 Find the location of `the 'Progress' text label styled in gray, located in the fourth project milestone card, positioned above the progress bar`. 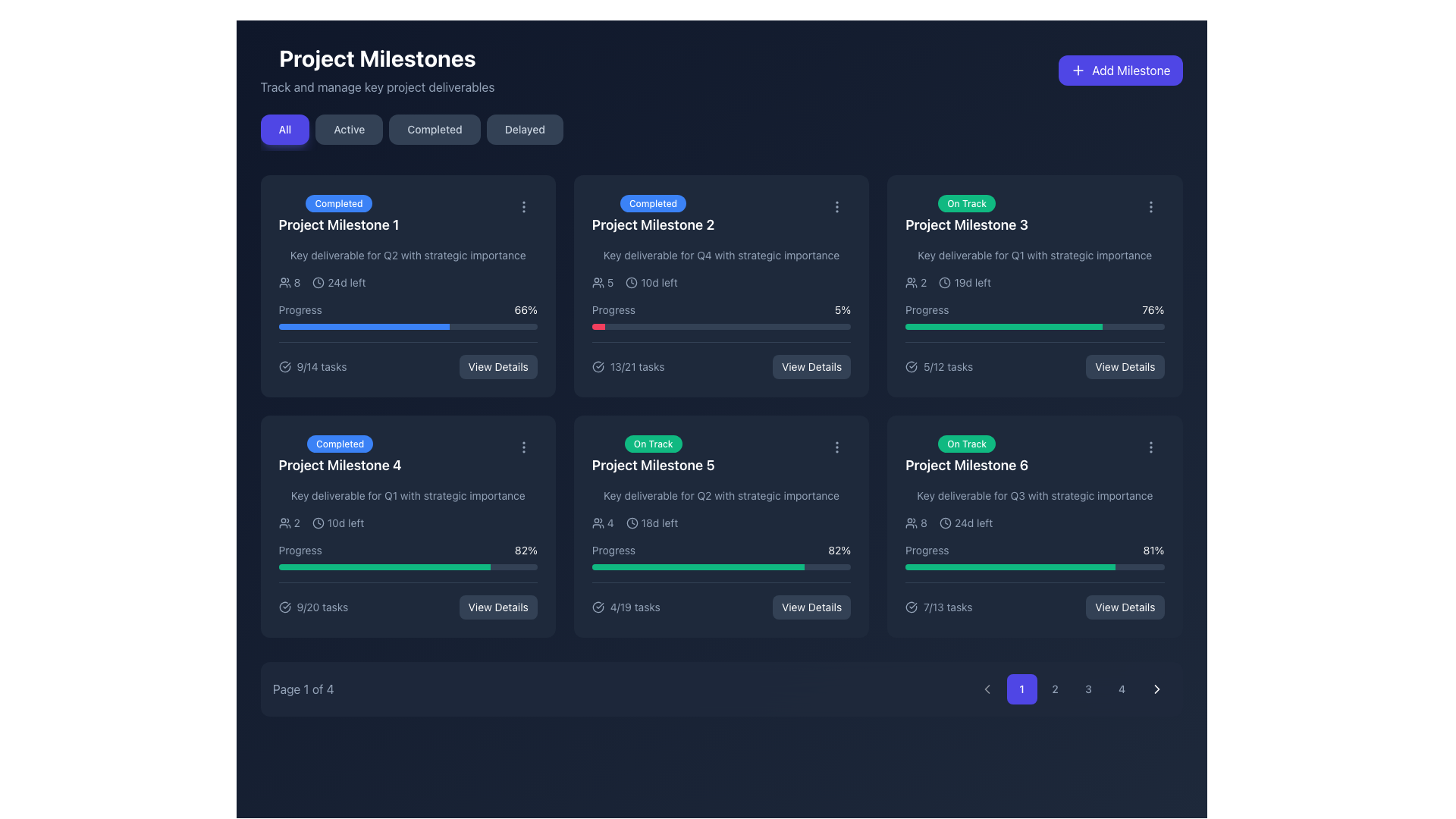

the 'Progress' text label styled in gray, located in the fourth project milestone card, positioned above the progress bar is located at coordinates (300, 550).